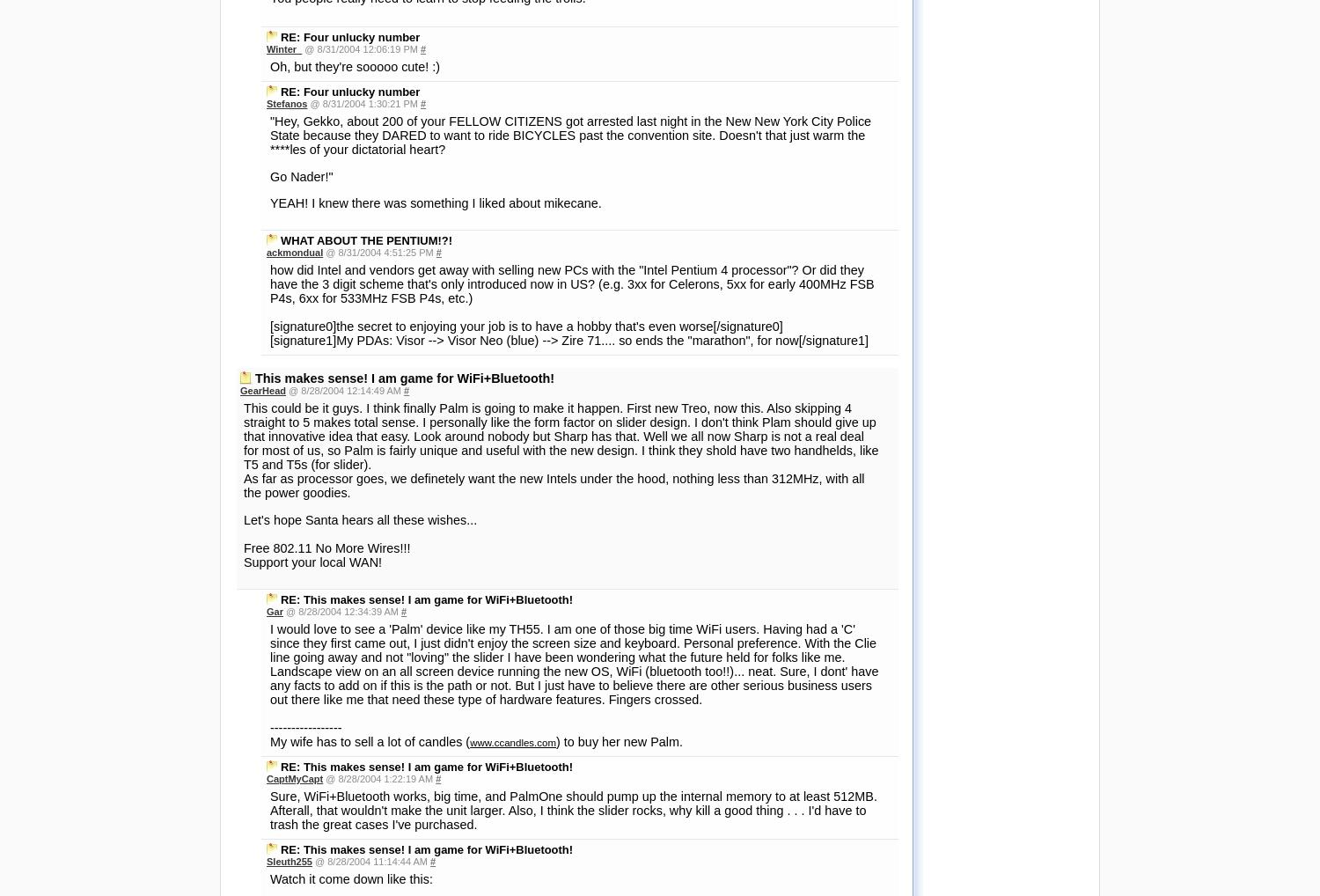  I want to click on 'hkklife', so click(280, 682).